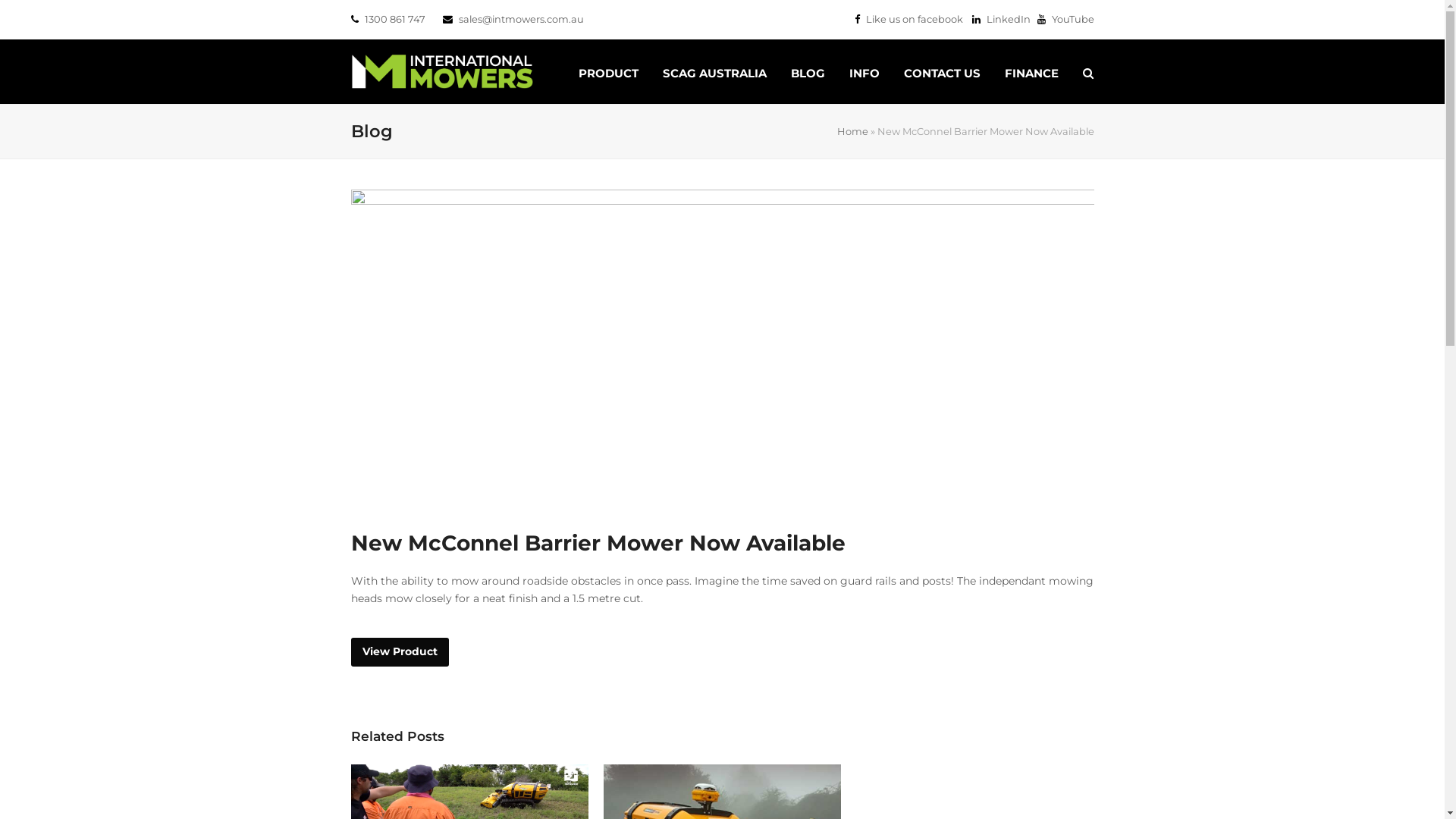 This screenshot has width=1456, height=819. Describe the element at coordinates (714, 71) in the screenshot. I see `'SCAG AUSTRALIA'` at that location.